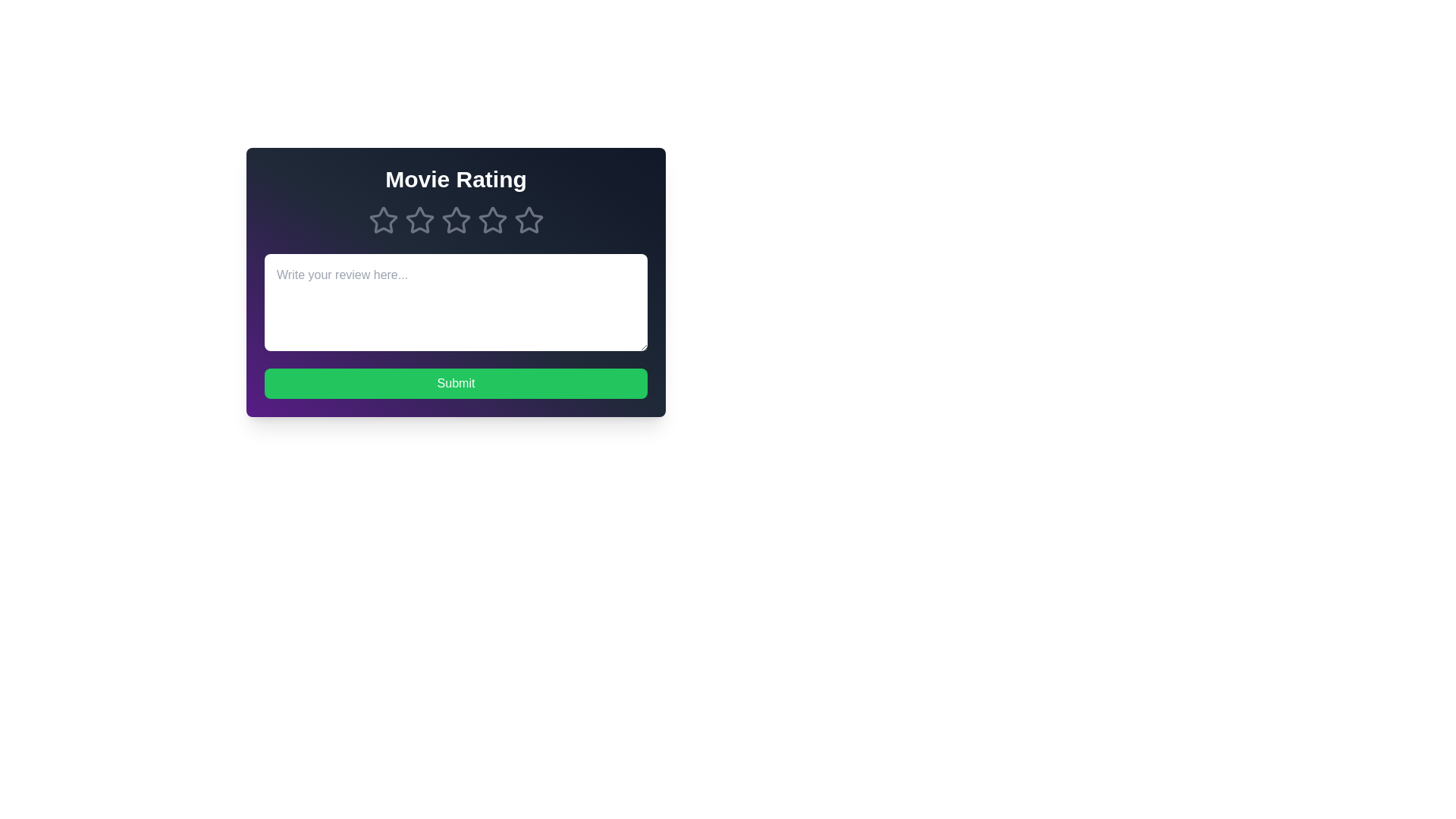 The height and width of the screenshot is (819, 1456). I want to click on the 'Submit' button to submit the review, so click(455, 382).